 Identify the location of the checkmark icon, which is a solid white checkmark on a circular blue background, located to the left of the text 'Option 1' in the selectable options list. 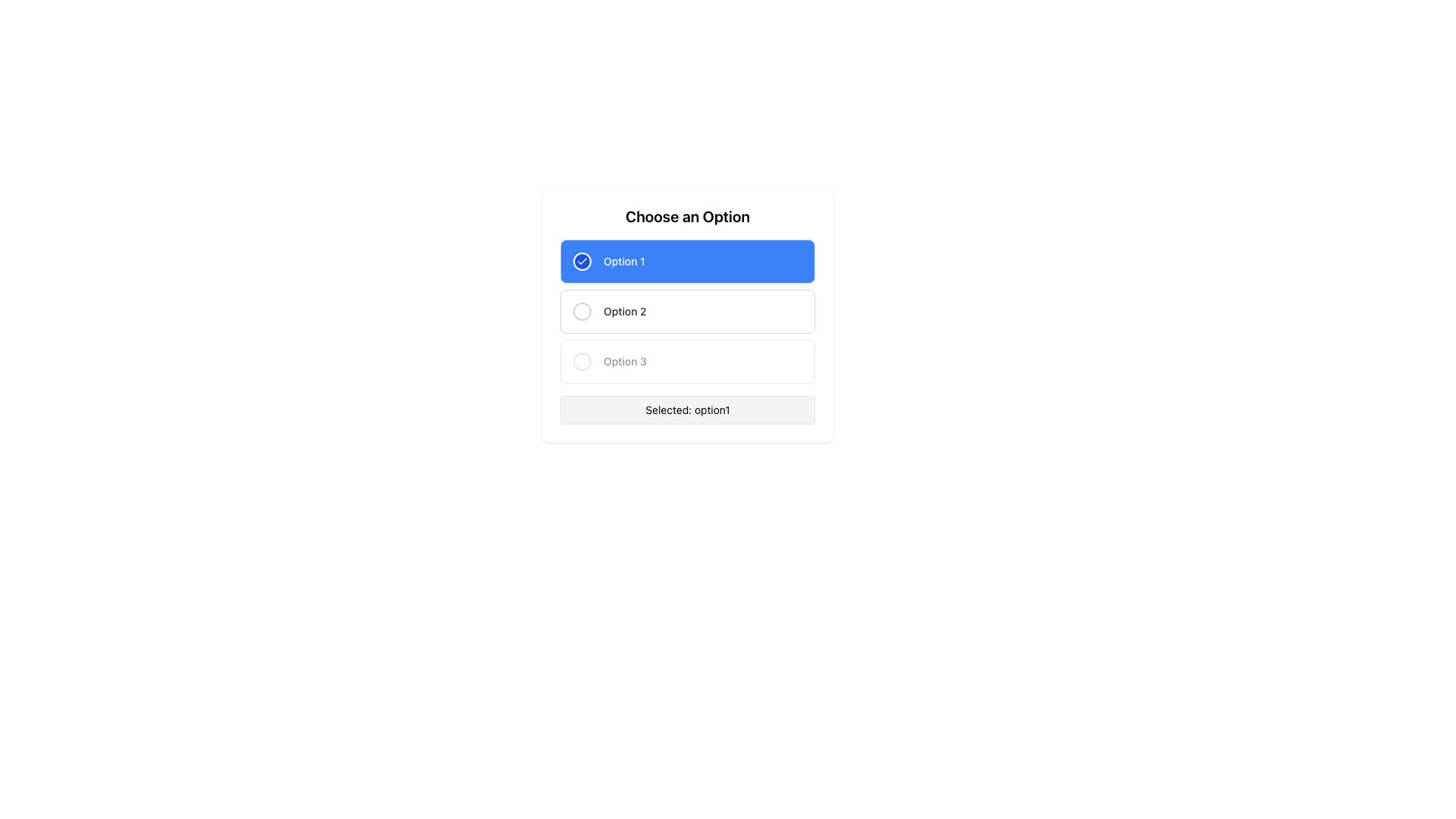
(582, 260).